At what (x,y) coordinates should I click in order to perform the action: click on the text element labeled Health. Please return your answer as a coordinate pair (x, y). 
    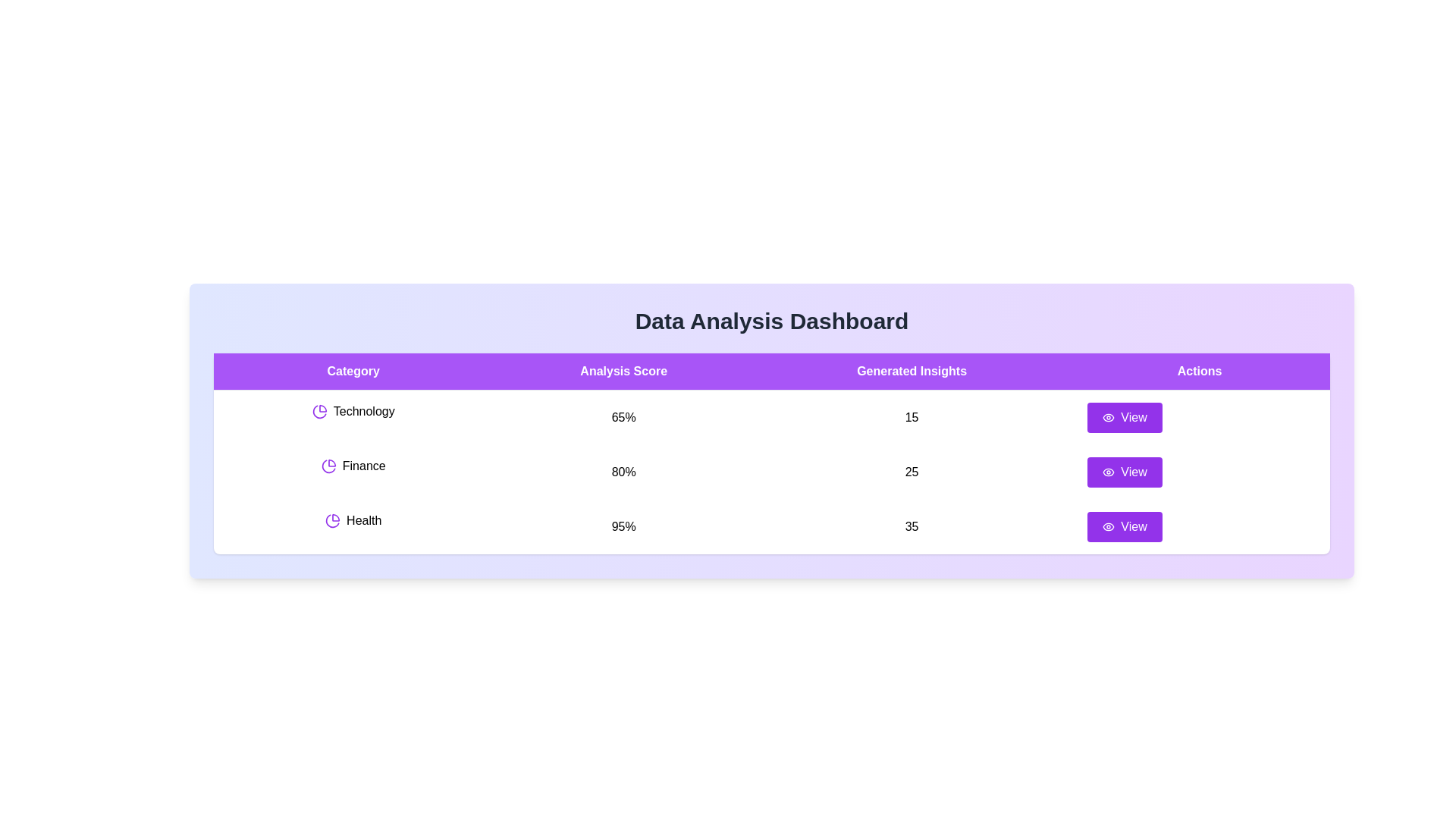
    Looking at the image, I should click on (353, 519).